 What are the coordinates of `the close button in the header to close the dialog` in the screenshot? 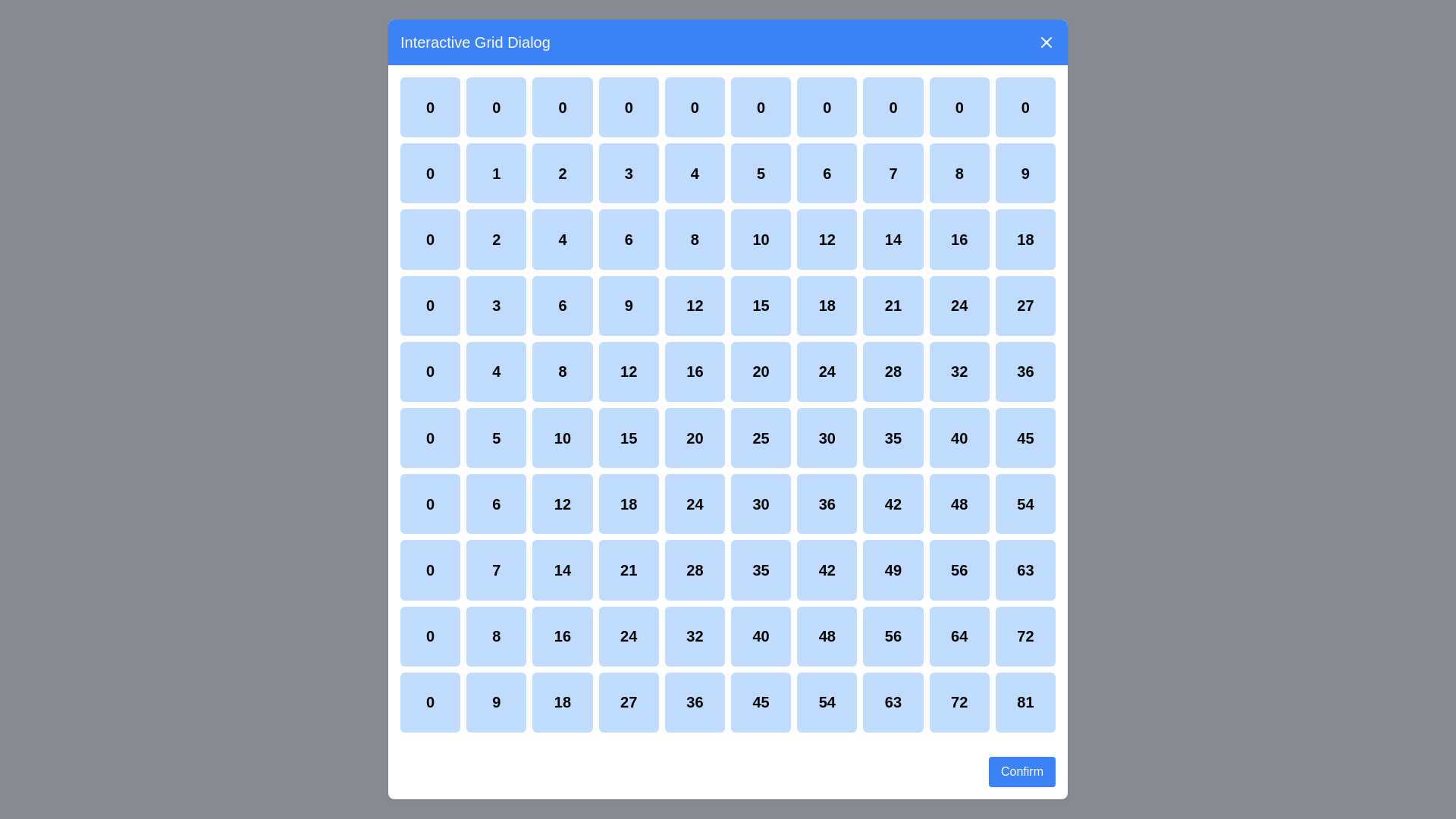 It's located at (1046, 41).